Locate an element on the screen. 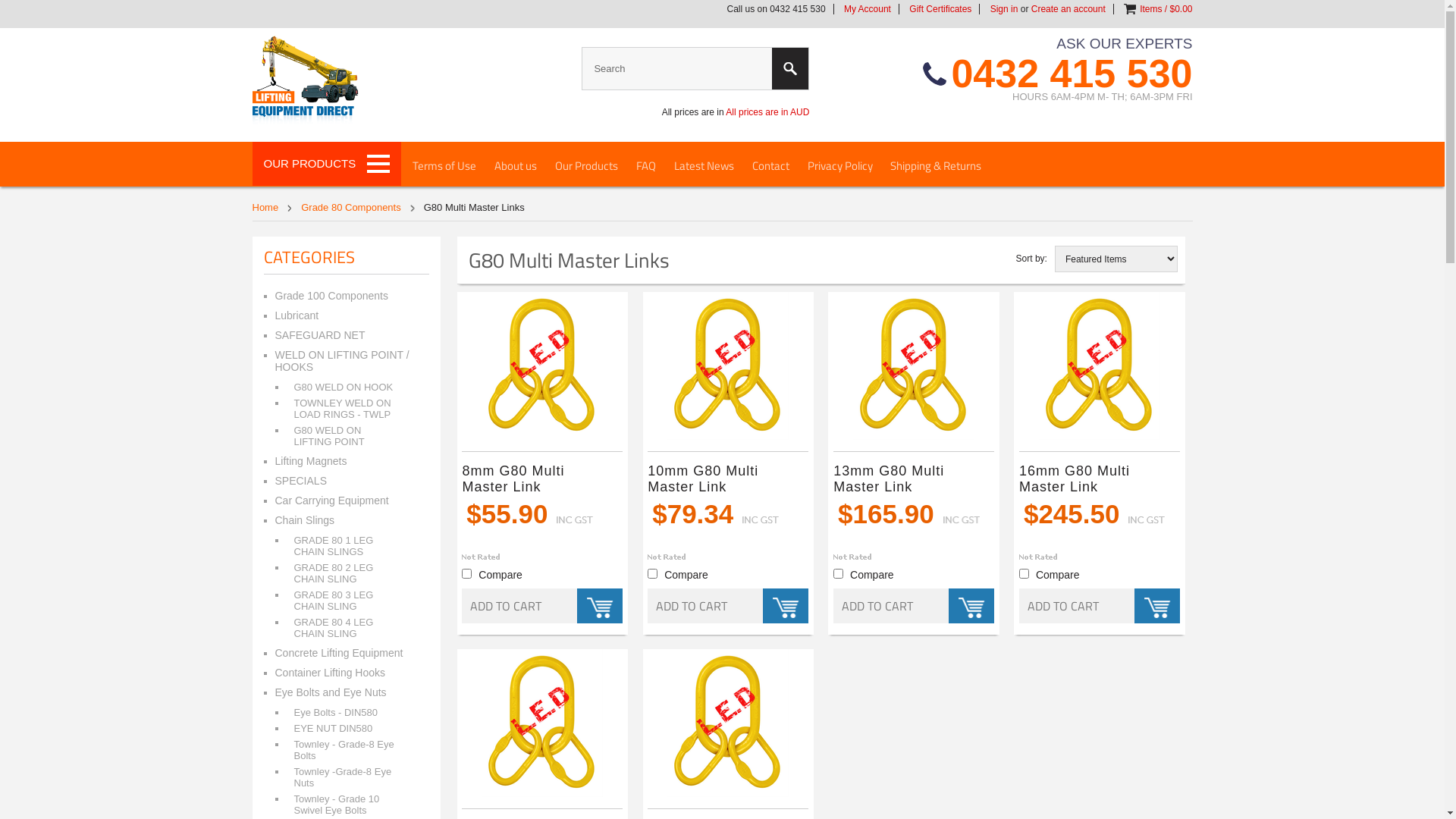 The image size is (1456, 819). 'EYE NUT DIN580' is located at coordinates (294, 727).